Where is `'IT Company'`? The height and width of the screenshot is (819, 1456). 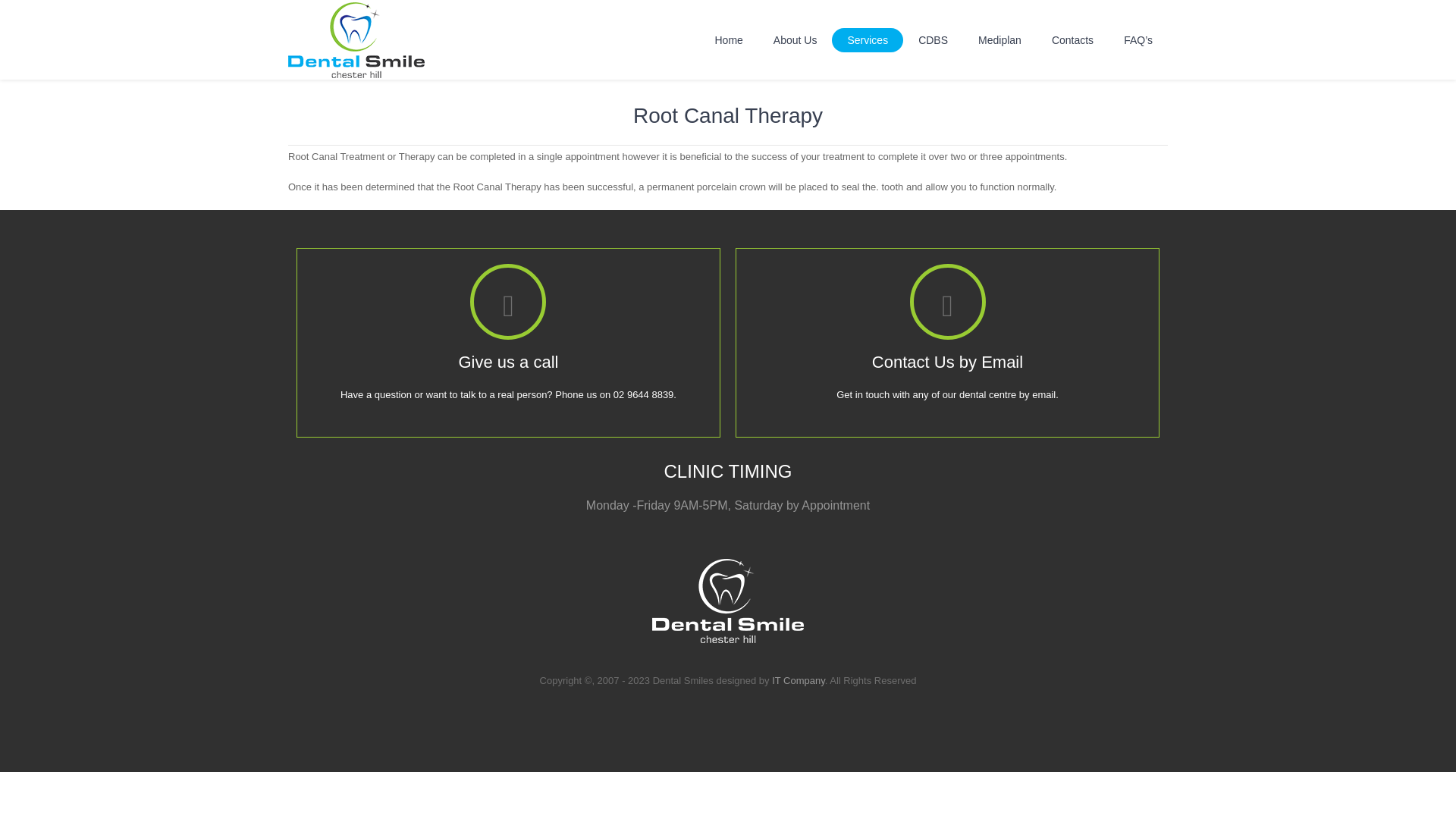
'IT Company' is located at coordinates (797, 679).